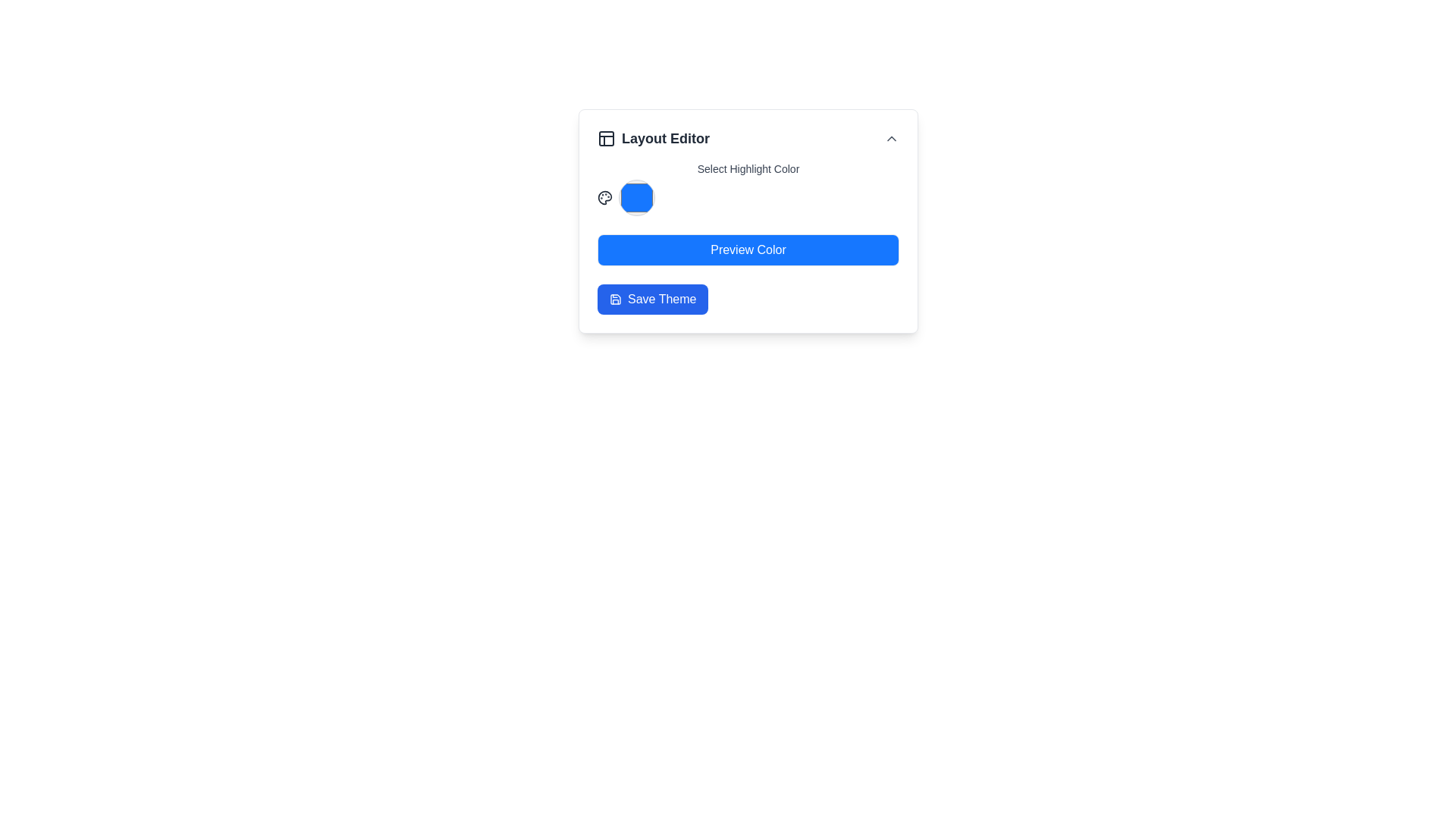 The width and height of the screenshot is (1456, 819). What do you see at coordinates (748, 237) in the screenshot?
I see `the 'Preview Color' button` at bounding box center [748, 237].